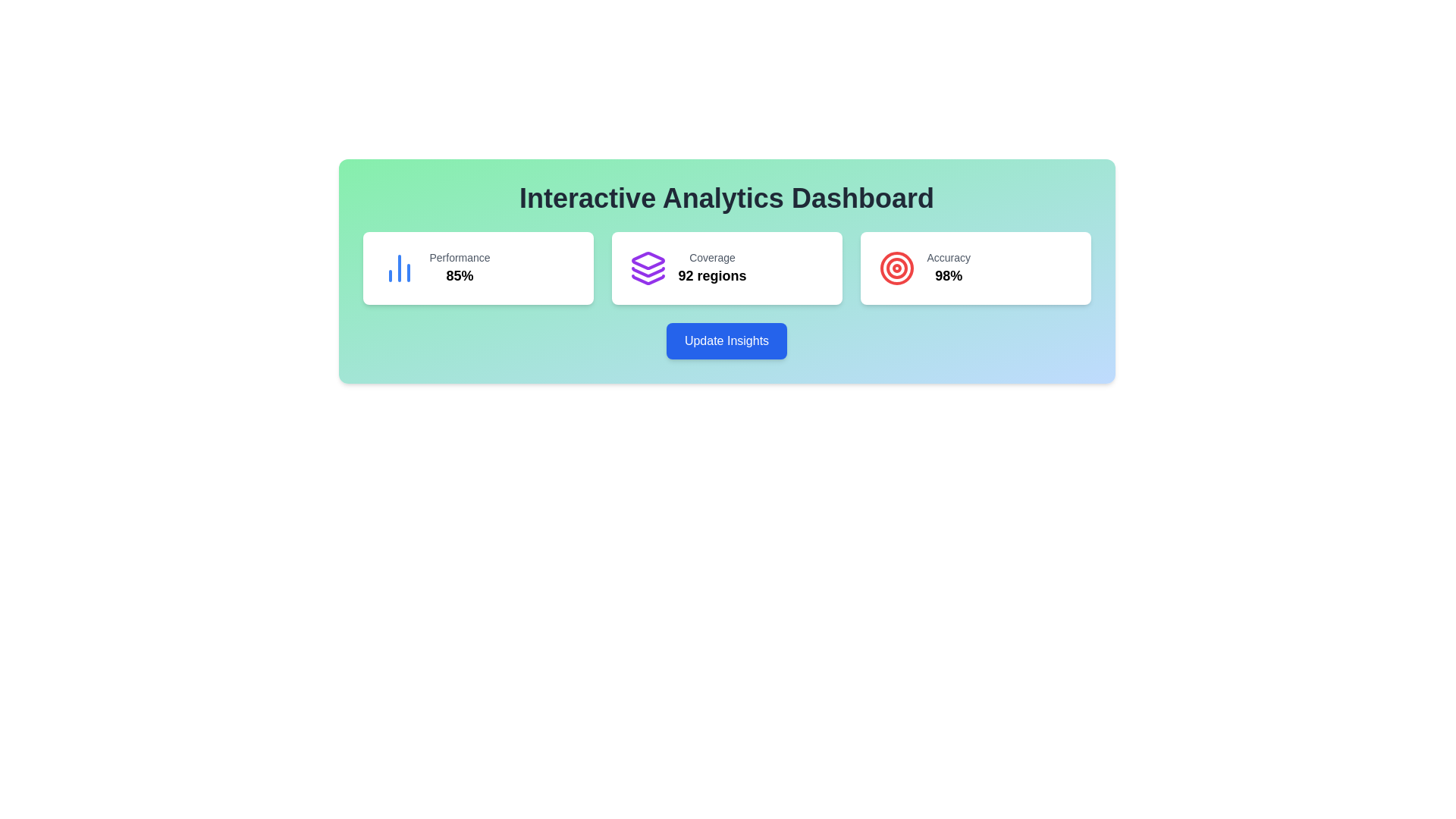 This screenshot has width=1456, height=819. What do you see at coordinates (648, 280) in the screenshot?
I see `the bottom layer of the three-part vector graphic in purple color, located in the middle card of the dashboard below the text 'Coverage 92 regions'` at bounding box center [648, 280].